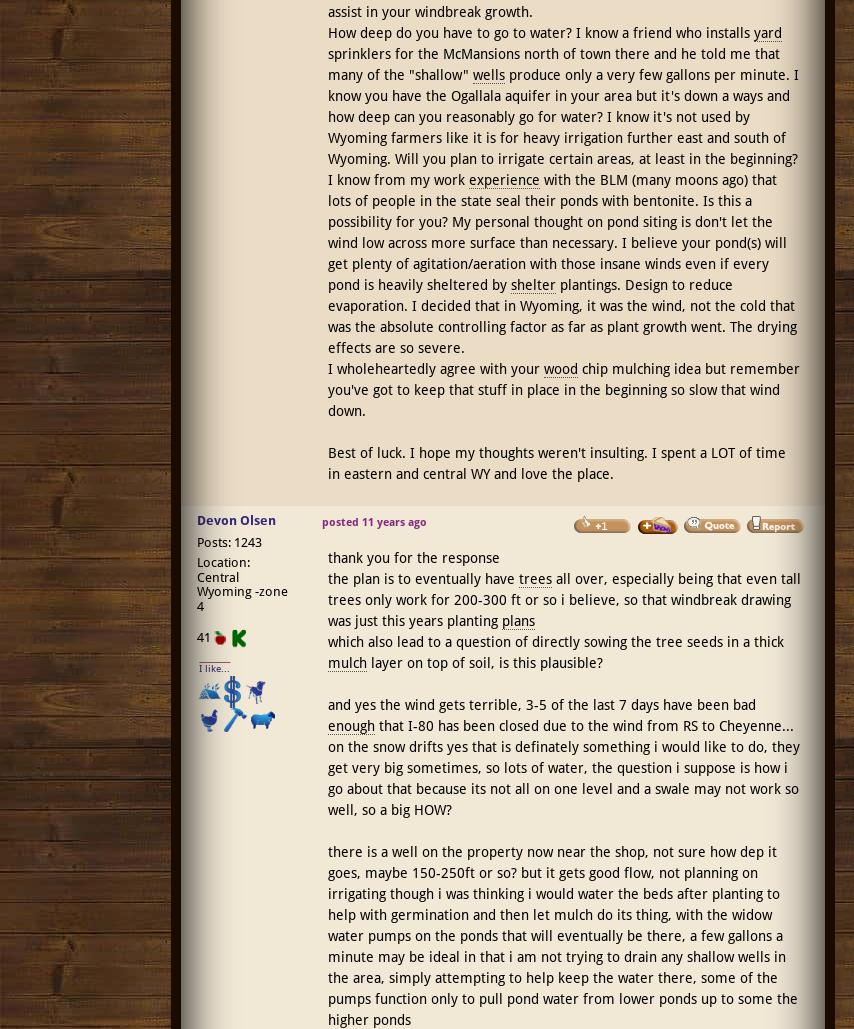 This screenshot has width=854, height=1029. Describe the element at coordinates (325, 557) in the screenshot. I see `'thank you for the response'` at that location.